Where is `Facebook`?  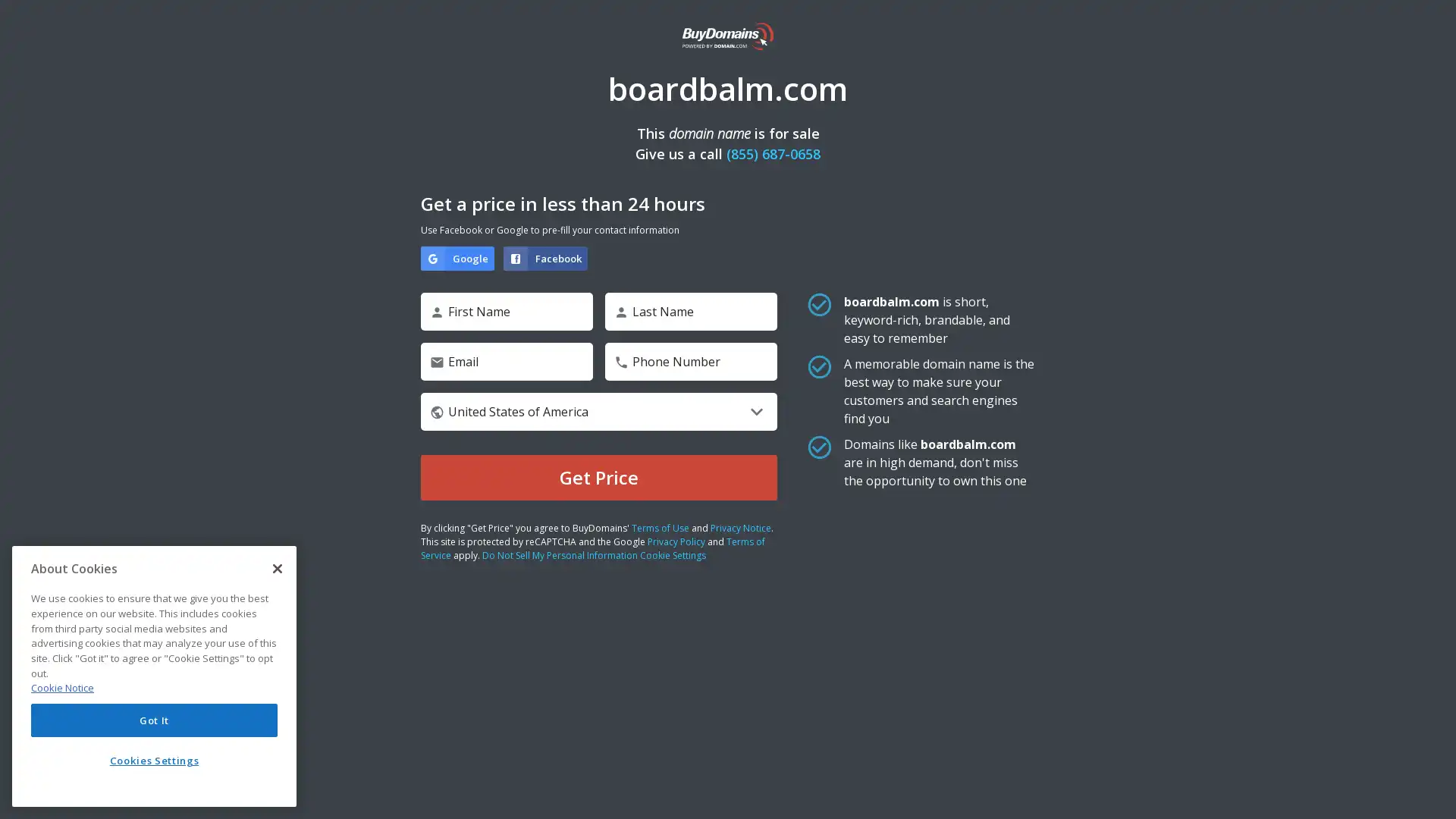
Facebook is located at coordinates (545, 257).